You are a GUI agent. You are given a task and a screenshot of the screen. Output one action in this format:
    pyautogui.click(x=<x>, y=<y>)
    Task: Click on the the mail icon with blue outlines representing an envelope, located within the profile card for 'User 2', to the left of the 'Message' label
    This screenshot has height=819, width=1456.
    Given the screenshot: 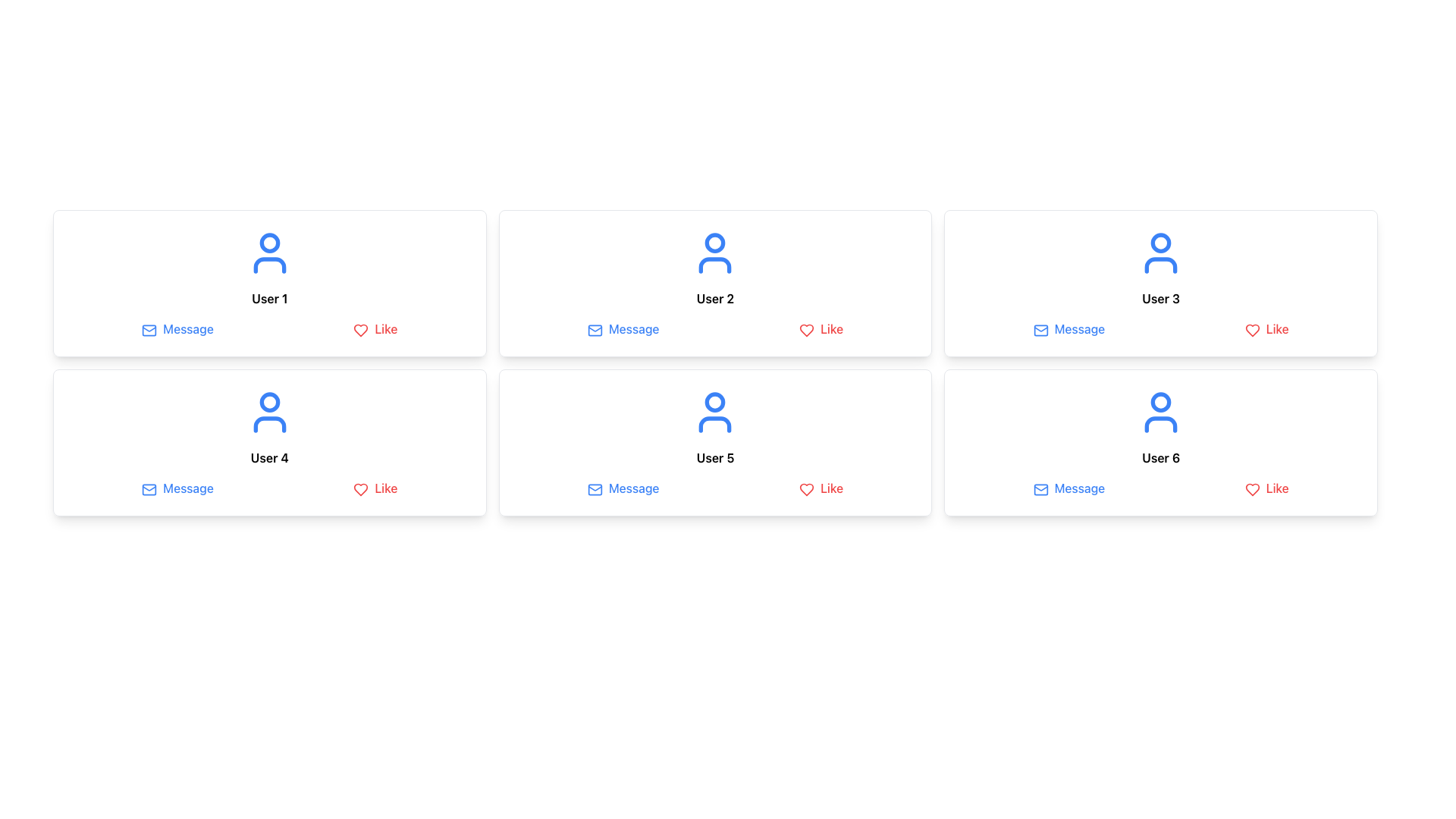 What is the action you would take?
    pyautogui.click(x=594, y=329)
    